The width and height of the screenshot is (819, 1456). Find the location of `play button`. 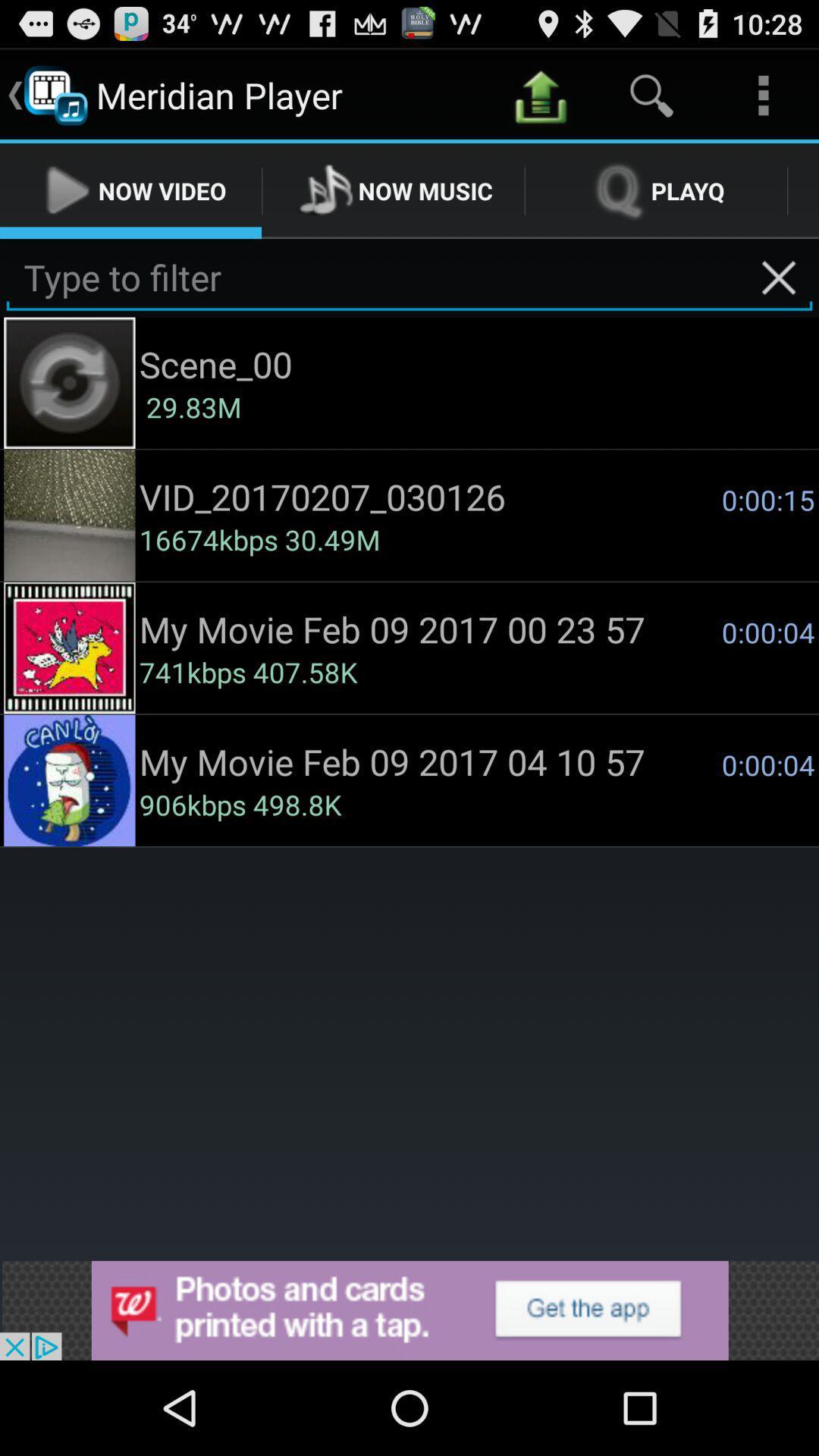

play button is located at coordinates (66, 190).